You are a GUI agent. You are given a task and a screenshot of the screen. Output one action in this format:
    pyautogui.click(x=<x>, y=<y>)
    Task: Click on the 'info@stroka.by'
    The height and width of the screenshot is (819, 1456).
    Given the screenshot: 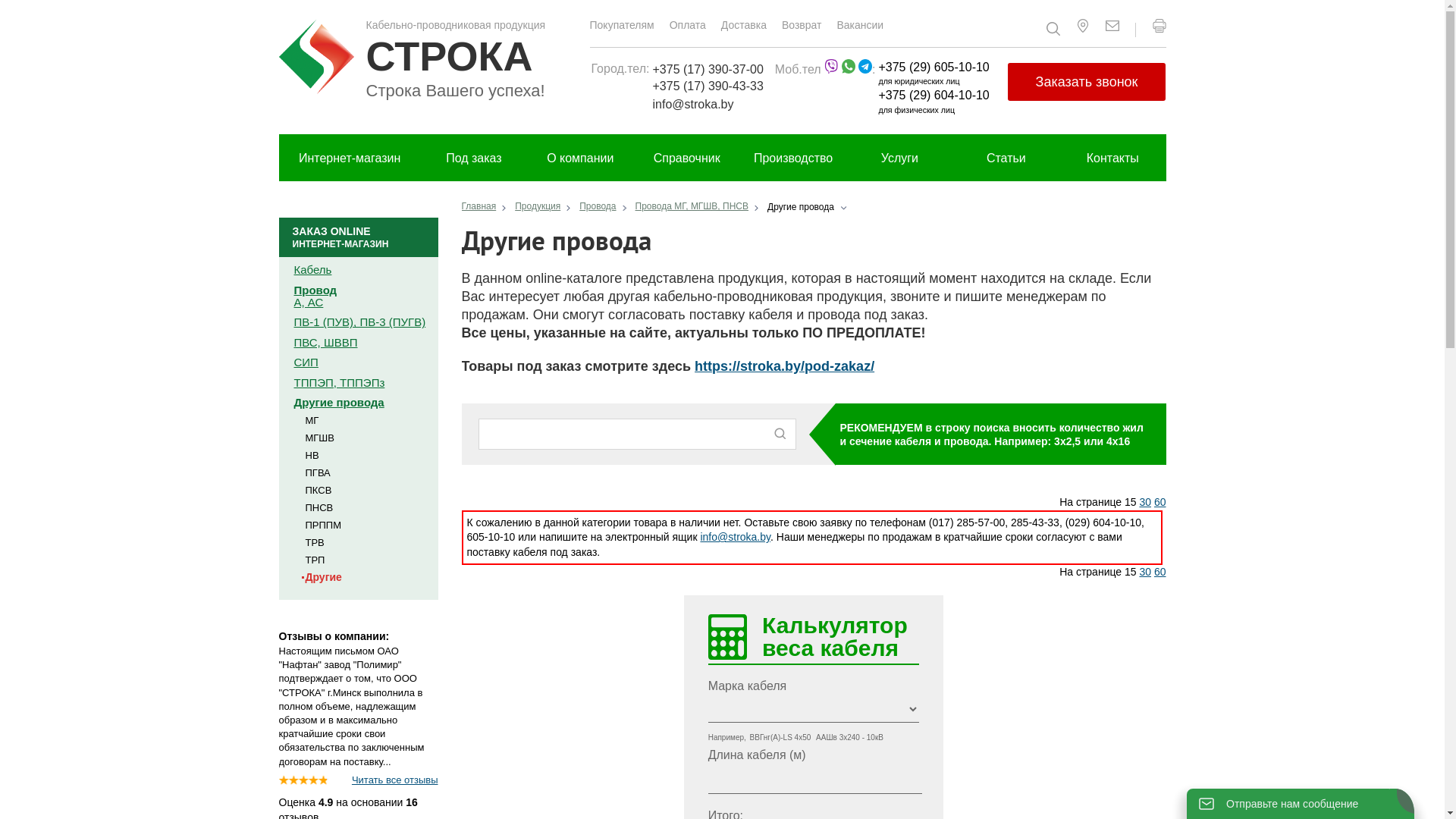 What is the action you would take?
    pyautogui.click(x=708, y=104)
    